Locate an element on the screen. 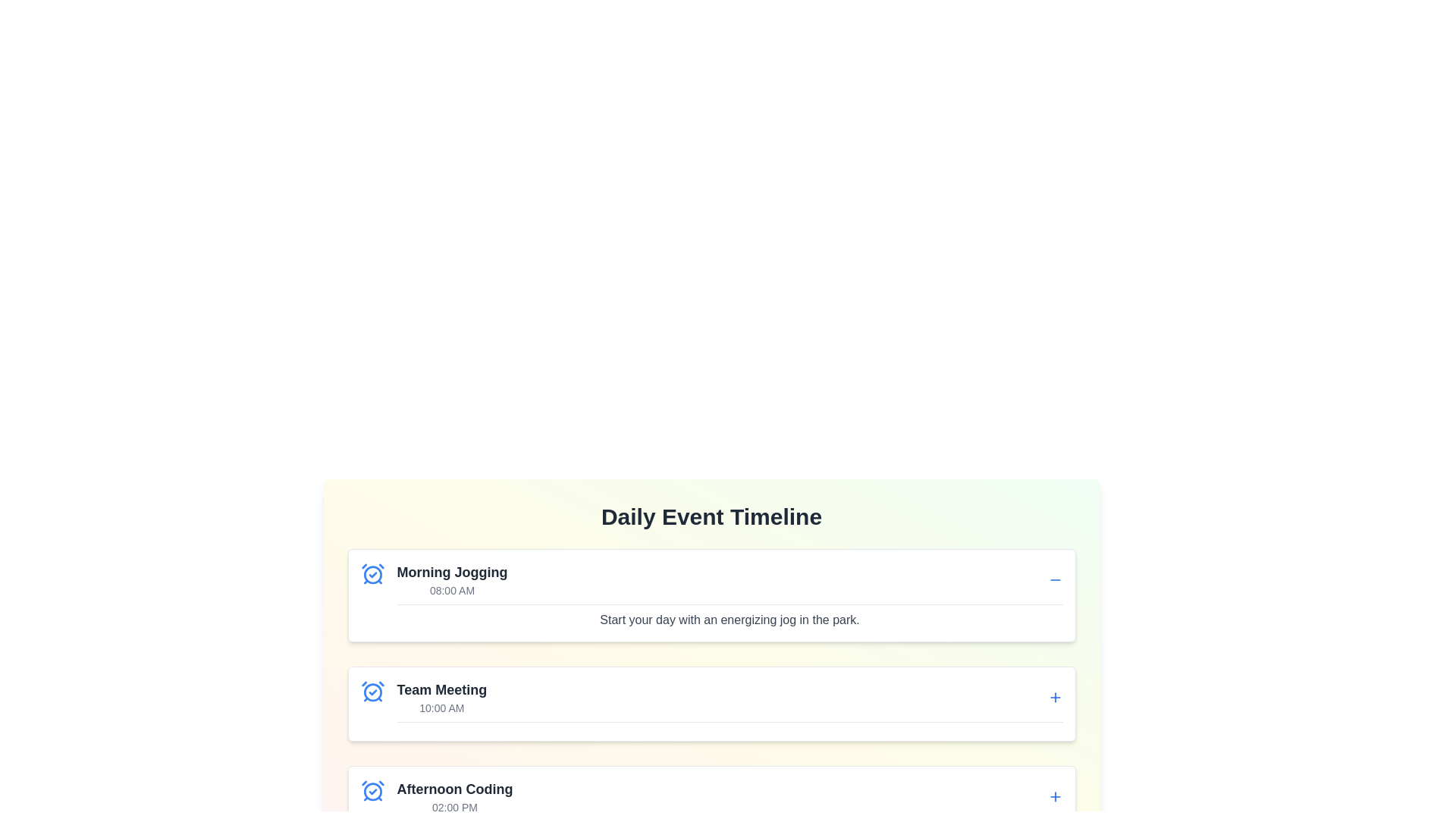  properties of the Text Label displaying the title of the scheduled 'Team Meeting' event, which is located above the '10:00 AM' text in the vertical timeline interface is located at coordinates (441, 690).